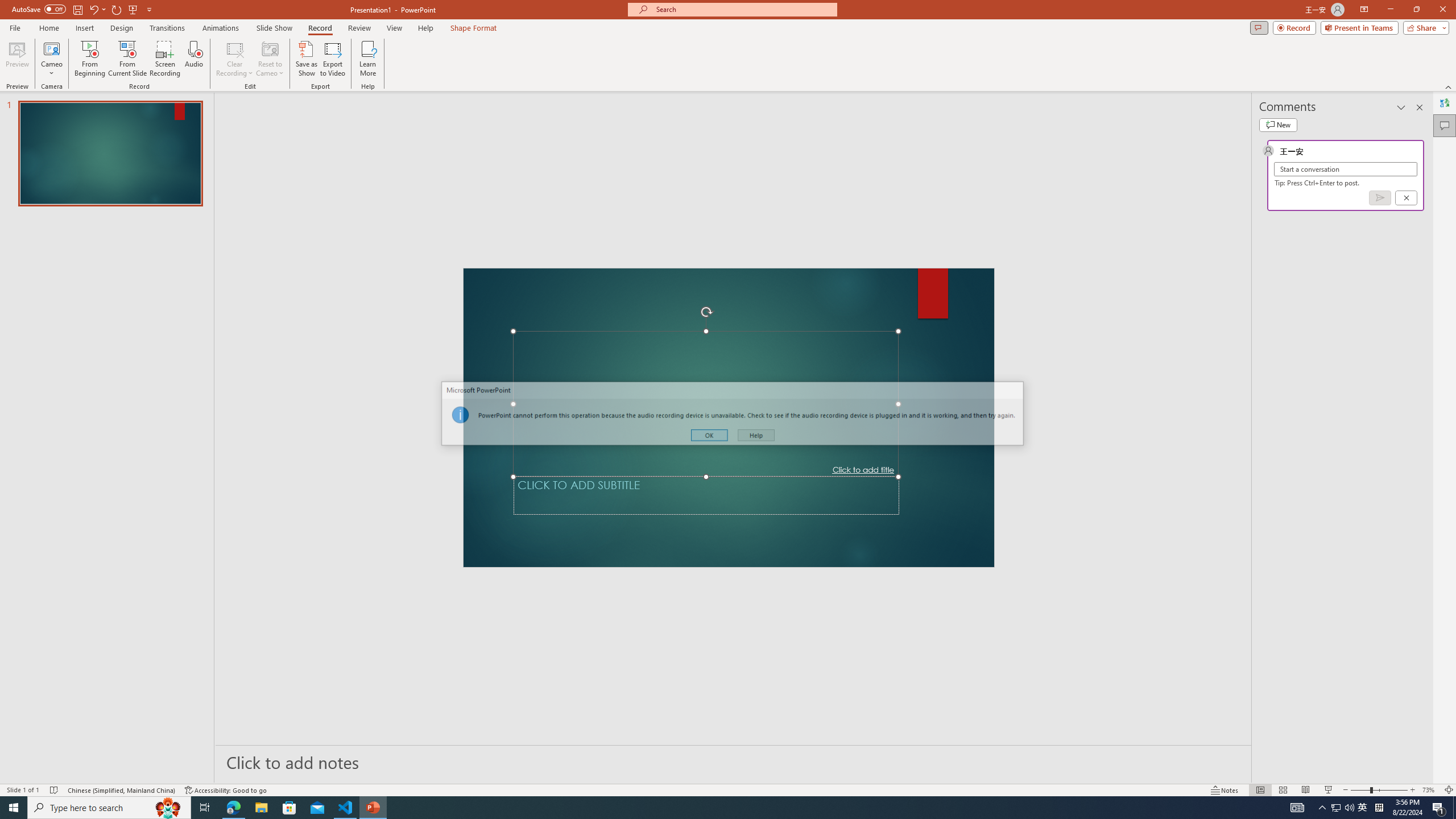 Image resolution: width=1456 pixels, height=819 pixels. What do you see at coordinates (1277, 124) in the screenshot?
I see `'New comment'` at bounding box center [1277, 124].